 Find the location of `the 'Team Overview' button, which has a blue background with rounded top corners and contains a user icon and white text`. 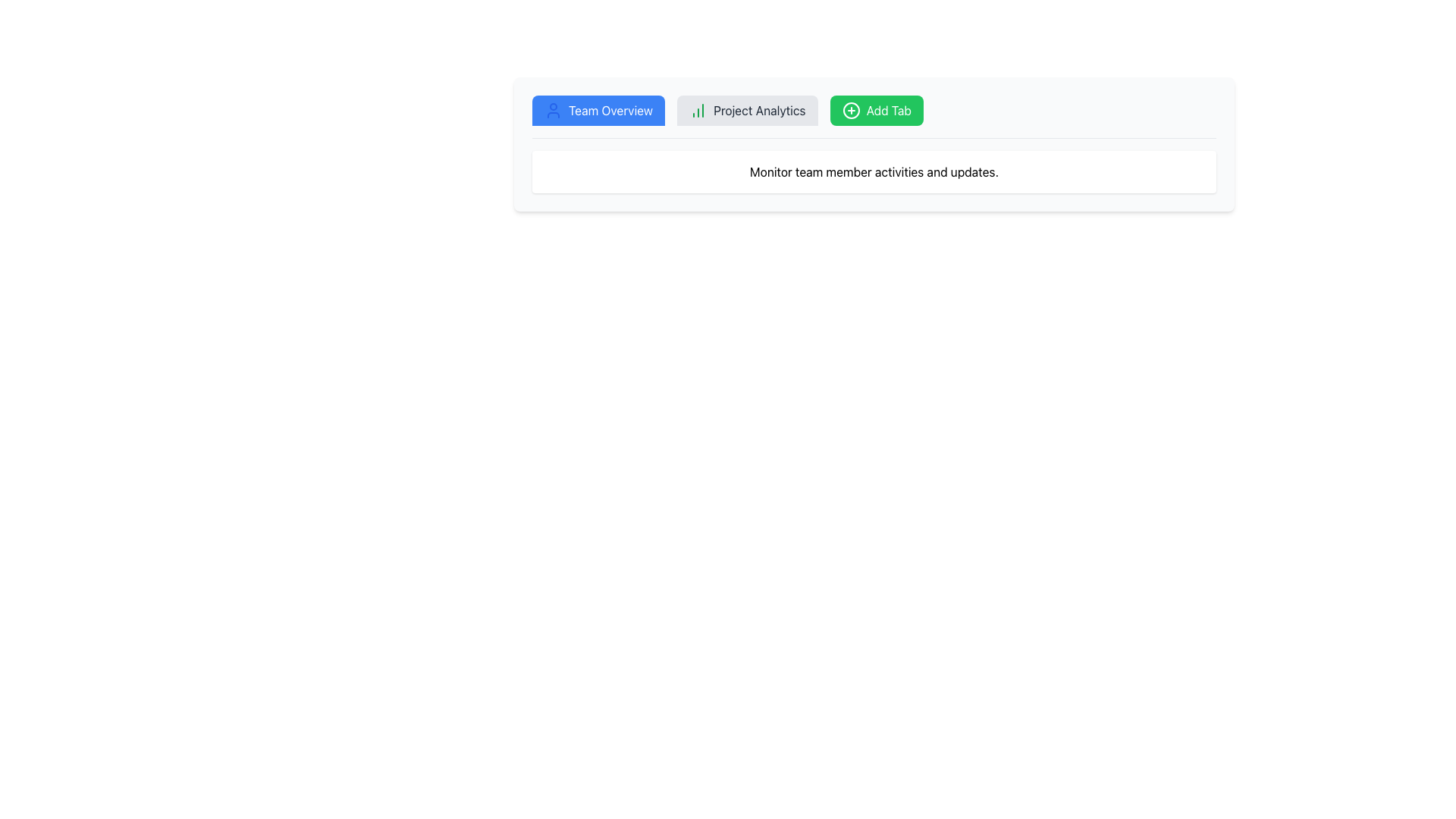

the 'Team Overview' button, which has a blue background with rounded top corners and contains a user icon and white text is located at coordinates (598, 110).